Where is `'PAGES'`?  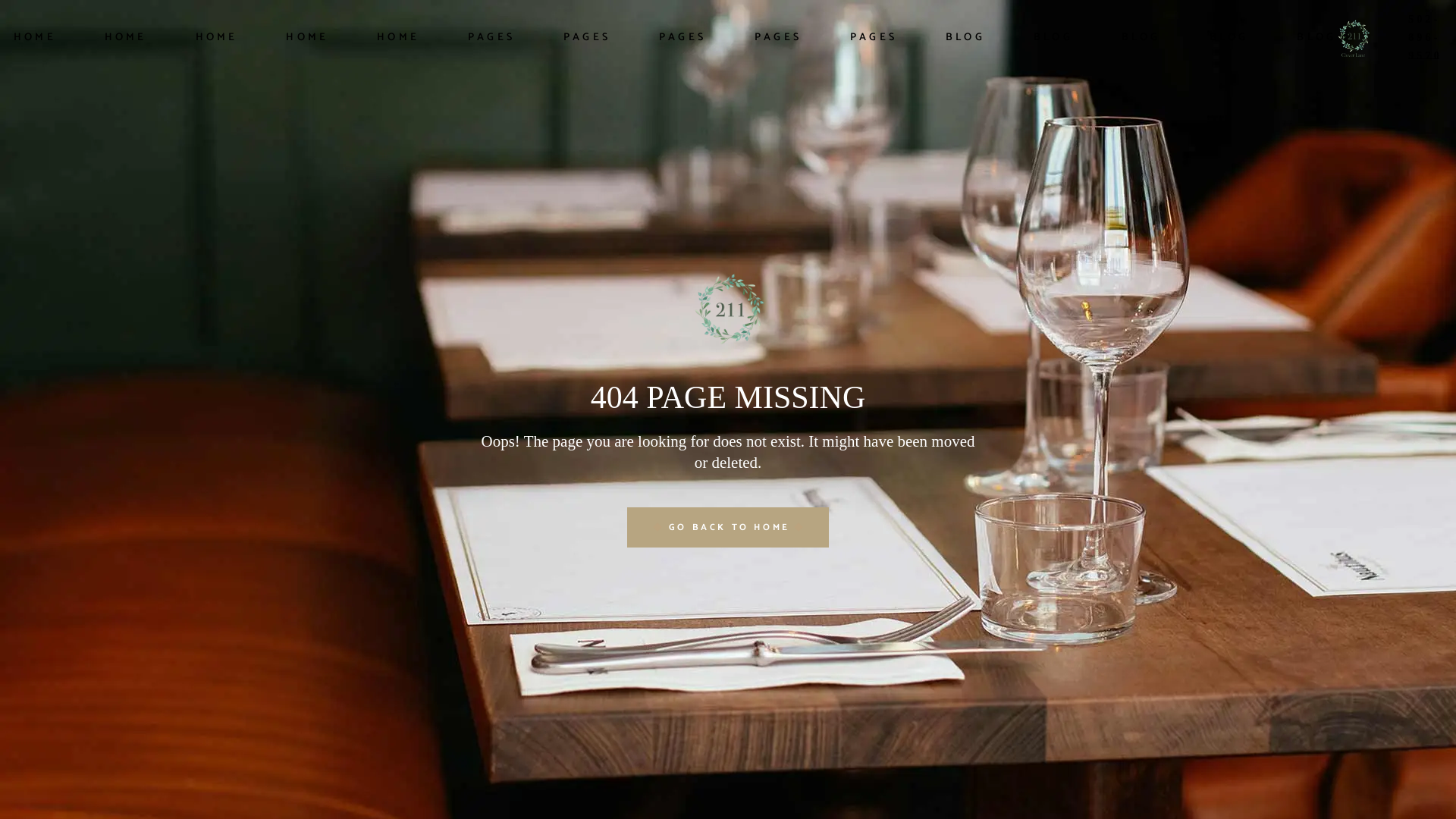 'PAGES' is located at coordinates (585, 37).